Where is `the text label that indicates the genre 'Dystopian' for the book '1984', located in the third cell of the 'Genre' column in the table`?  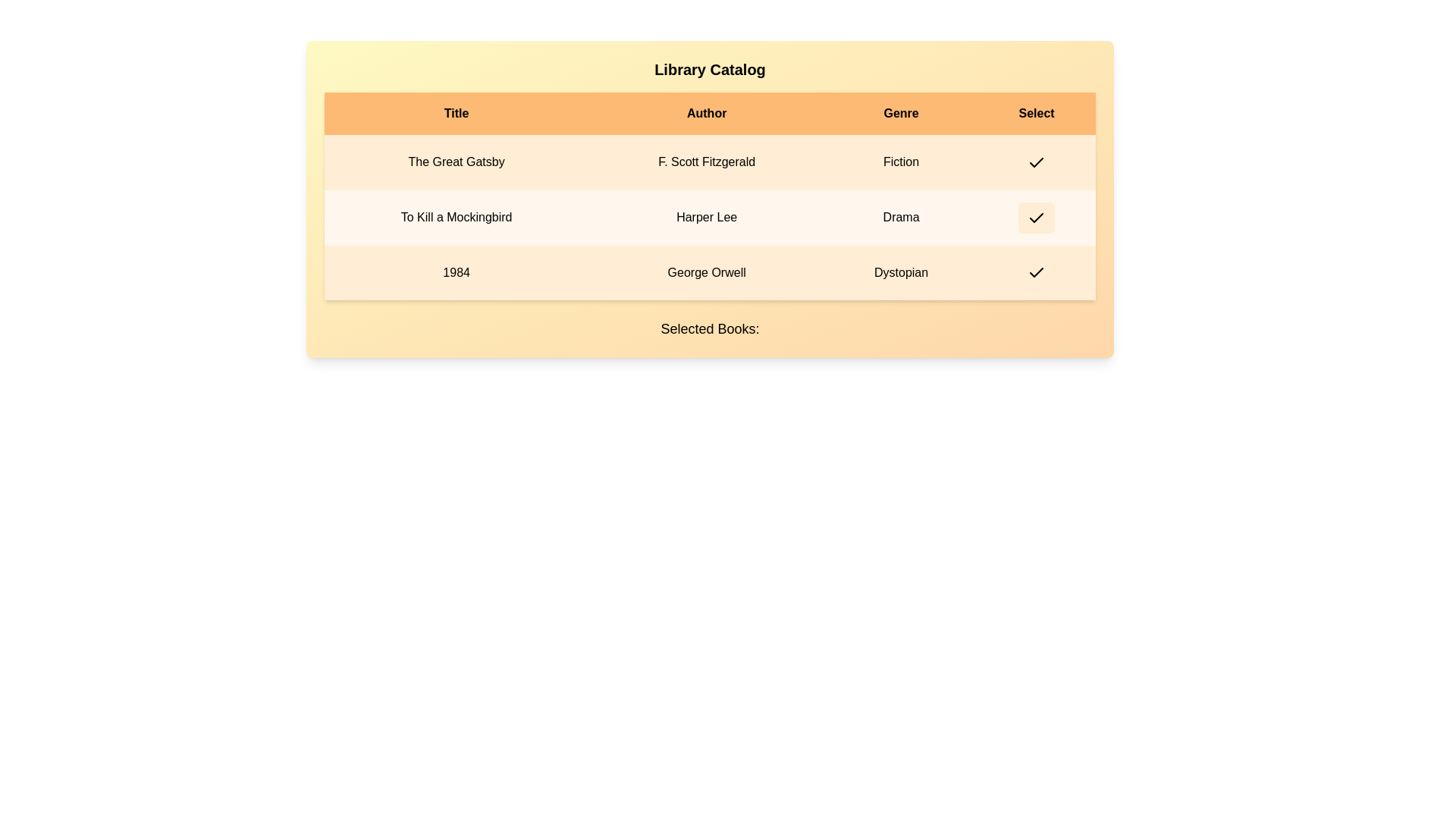
the text label that indicates the genre 'Dystopian' for the book '1984', located in the third cell of the 'Genre' column in the table is located at coordinates (901, 271).